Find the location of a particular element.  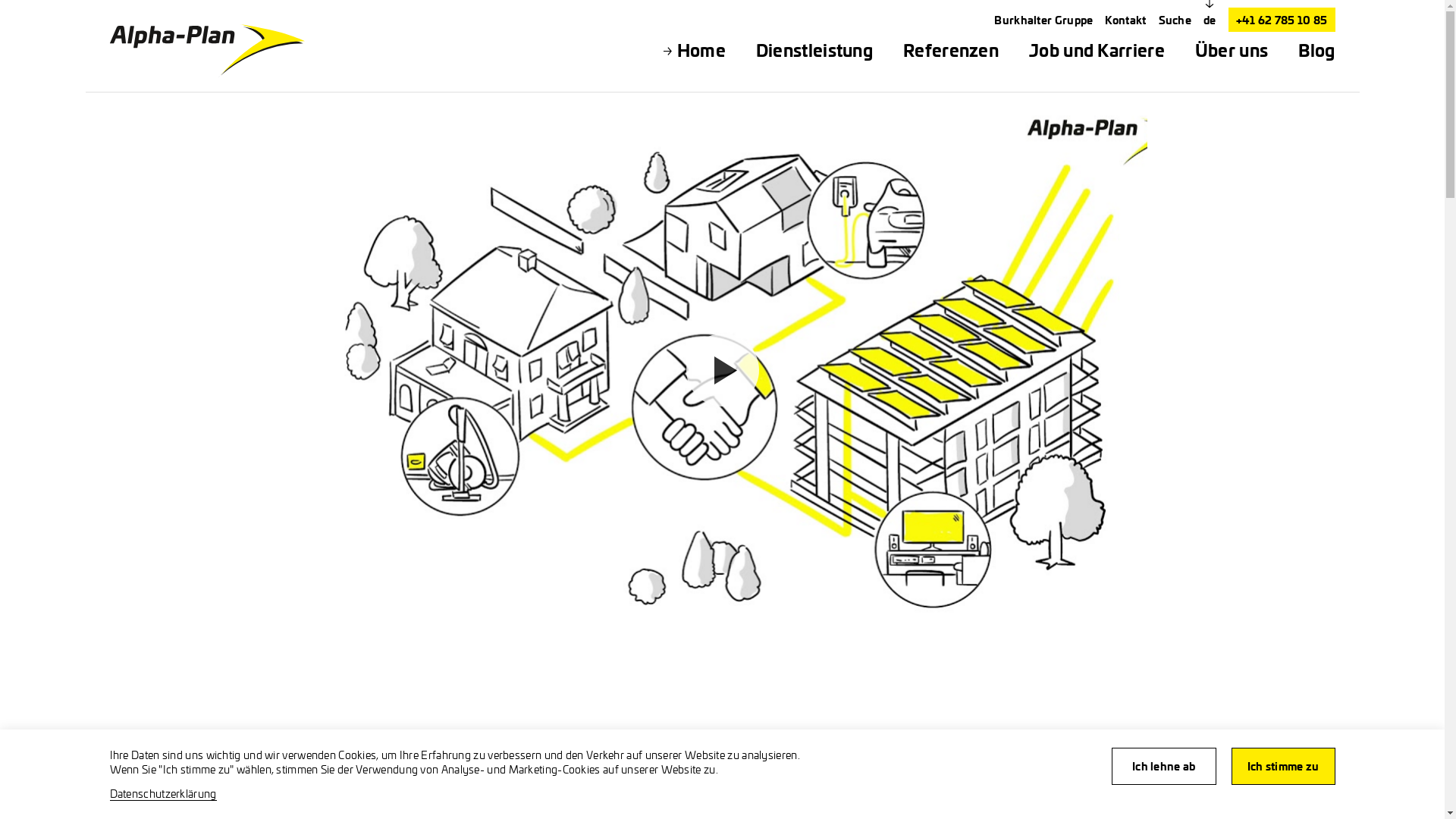

'Blog' is located at coordinates (1316, 49).